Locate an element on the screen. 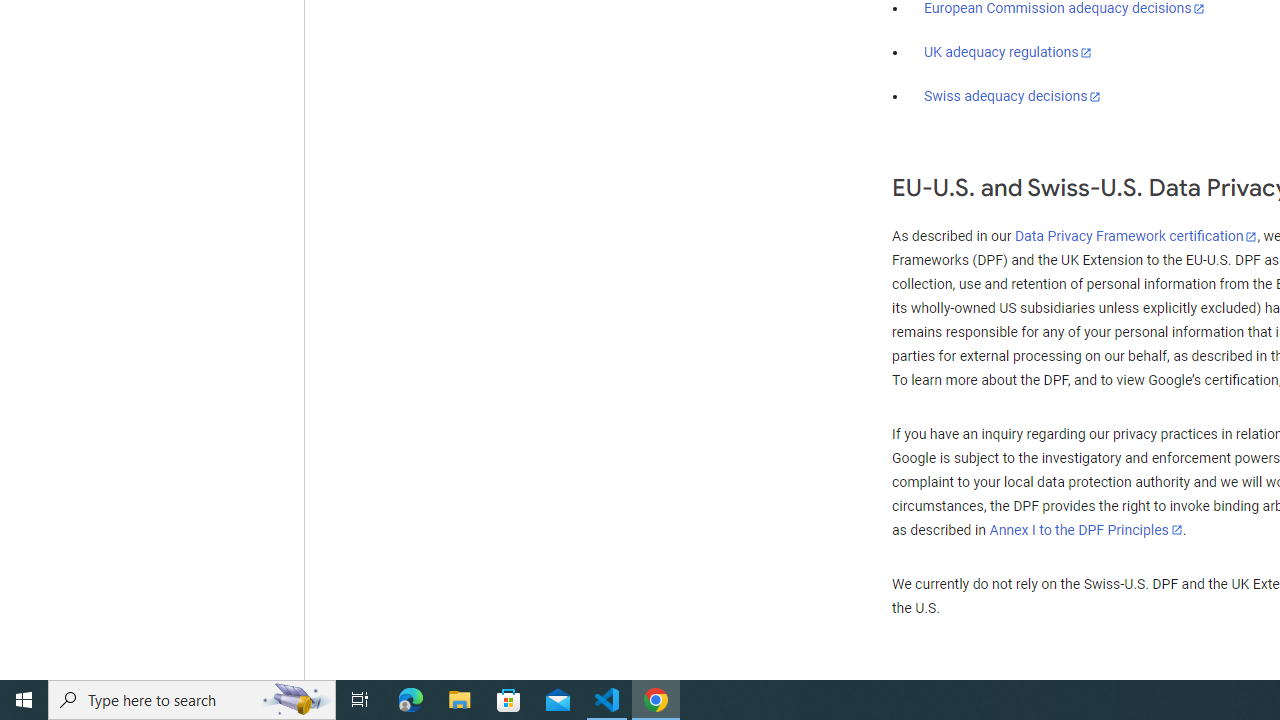 This screenshot has height=720, width=1280. 'Annex I to the DPF Principles' is located at coordinates (1085, 529).